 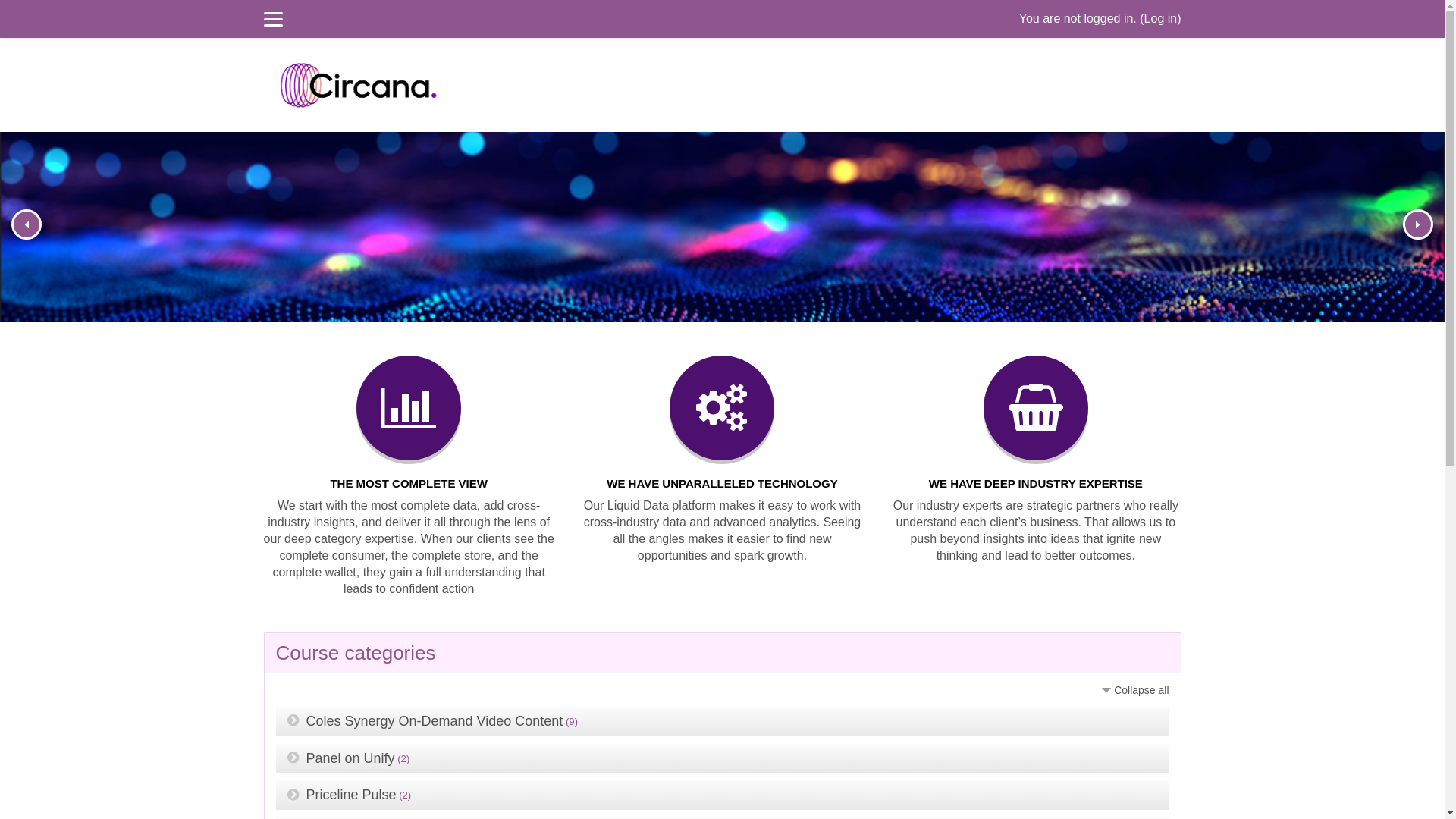 I want to click on 'Coles Synergy On-Demand Video Content', so click(x=434, y=720).